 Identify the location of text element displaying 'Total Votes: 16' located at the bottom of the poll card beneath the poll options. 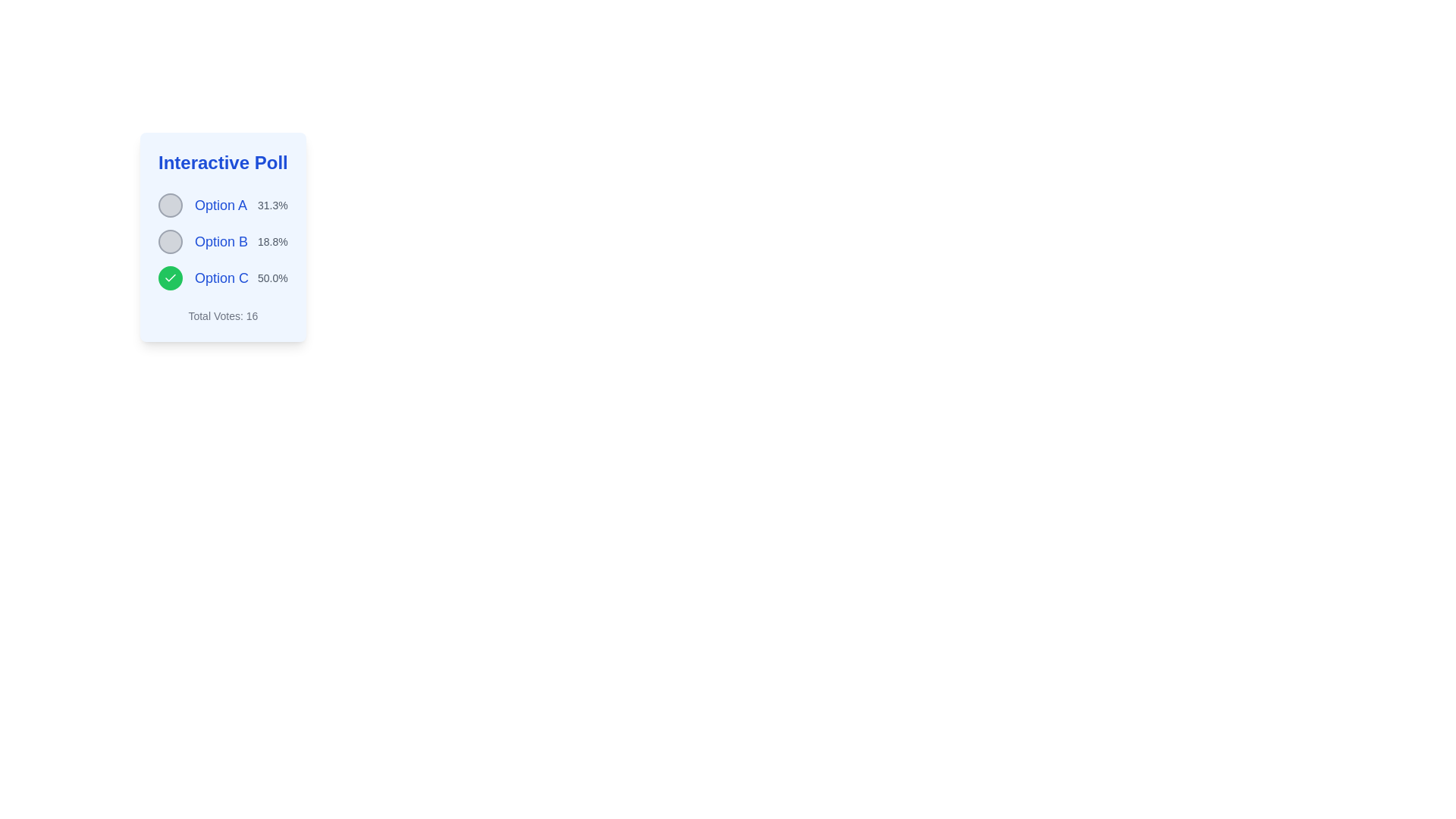
(222, 315).